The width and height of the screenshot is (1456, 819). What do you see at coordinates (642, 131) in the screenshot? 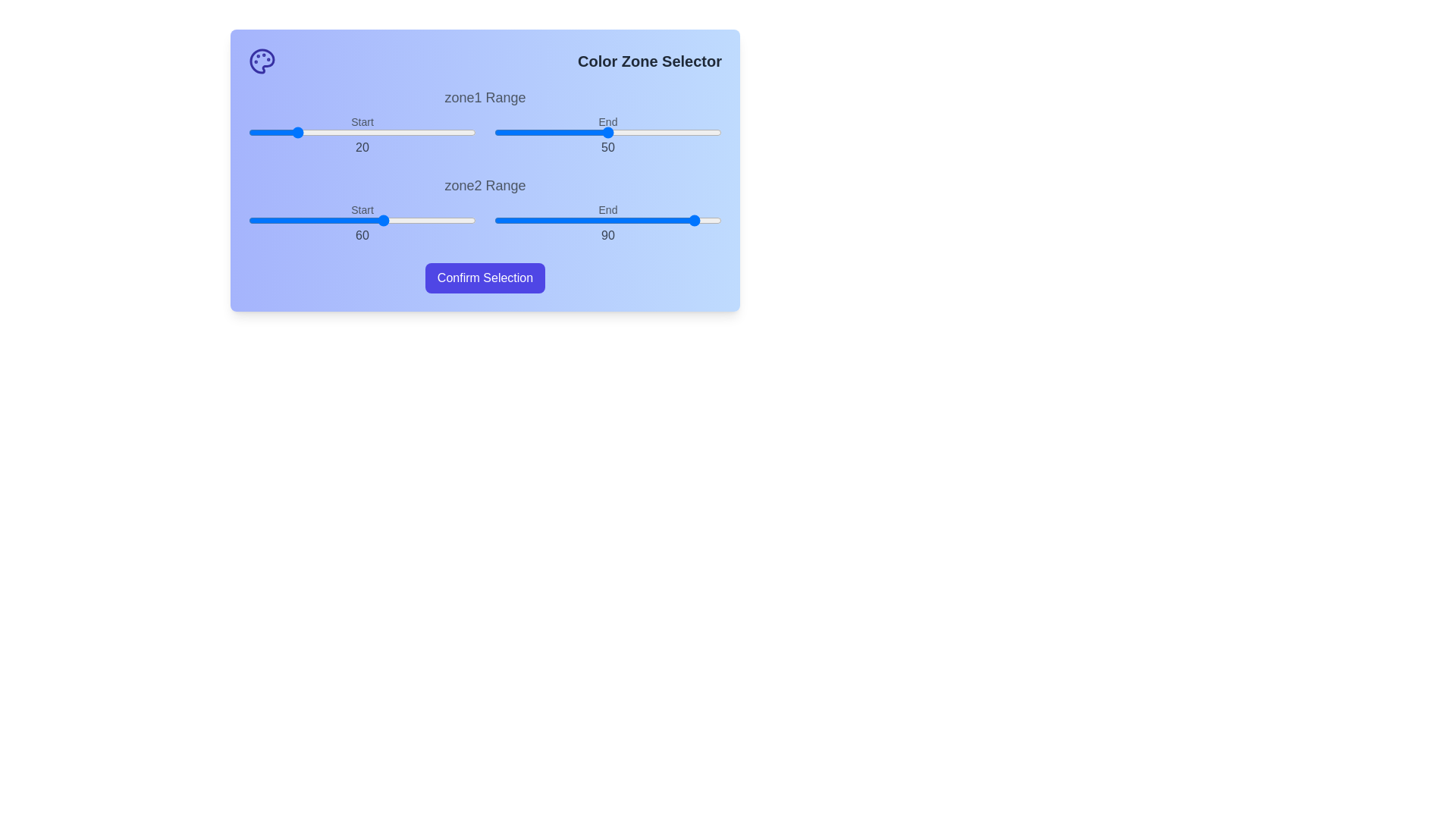
I see `the end range slider for zone1 to 65` at bounding box center [642, 131].